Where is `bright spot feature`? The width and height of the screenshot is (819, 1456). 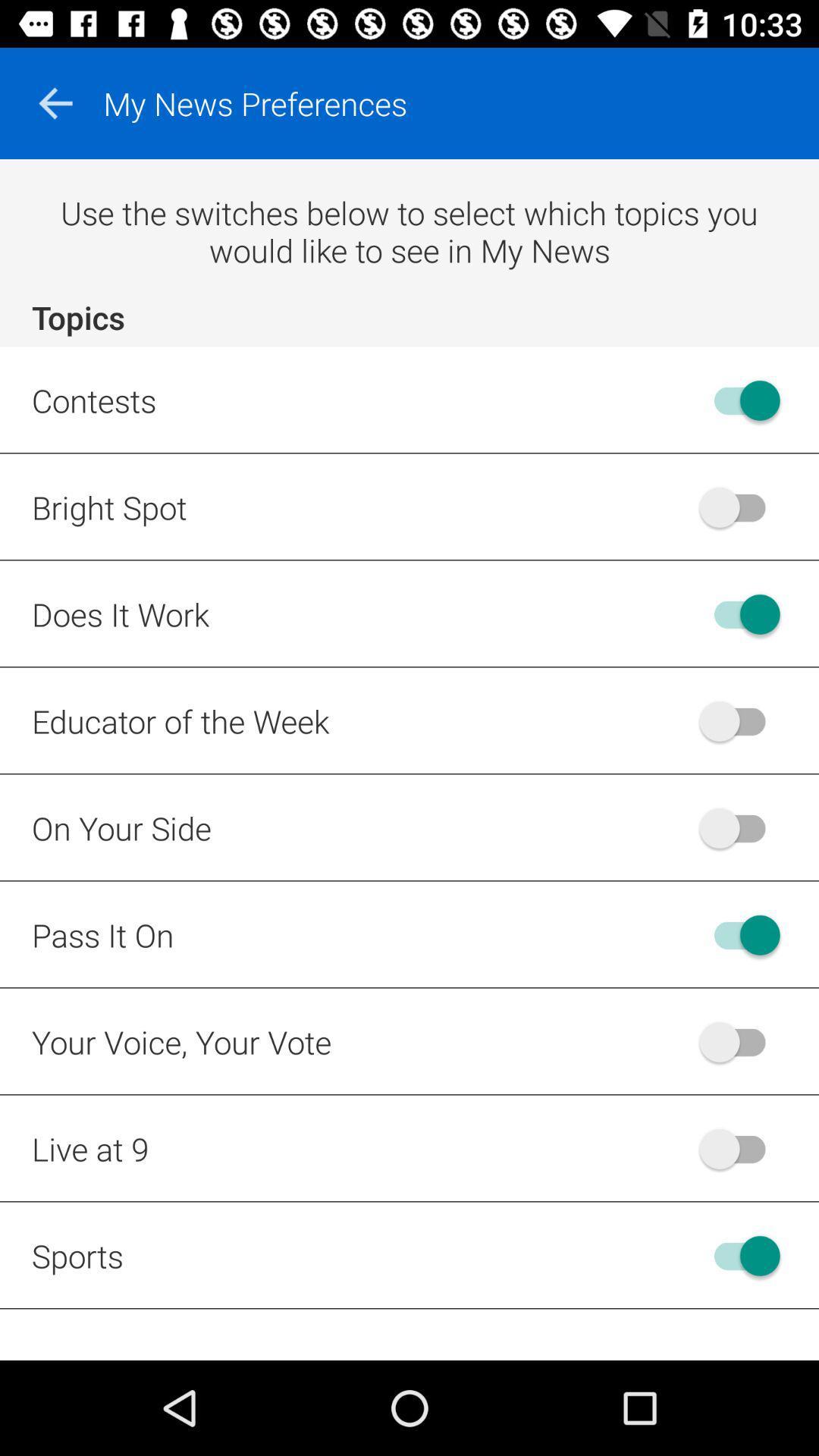
bright spot feature is located at coordinates (739, 507).